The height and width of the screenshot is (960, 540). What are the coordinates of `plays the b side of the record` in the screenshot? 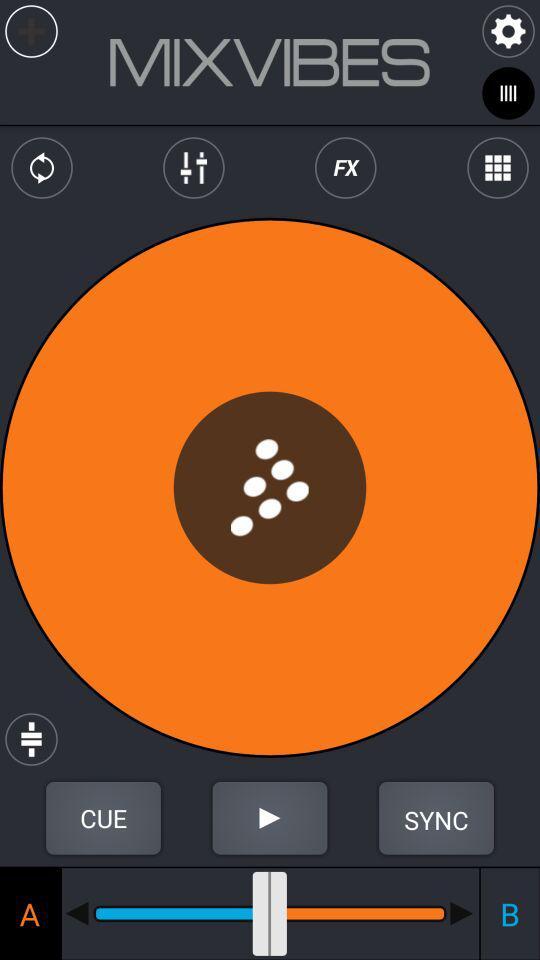 It's located at (462, 913).